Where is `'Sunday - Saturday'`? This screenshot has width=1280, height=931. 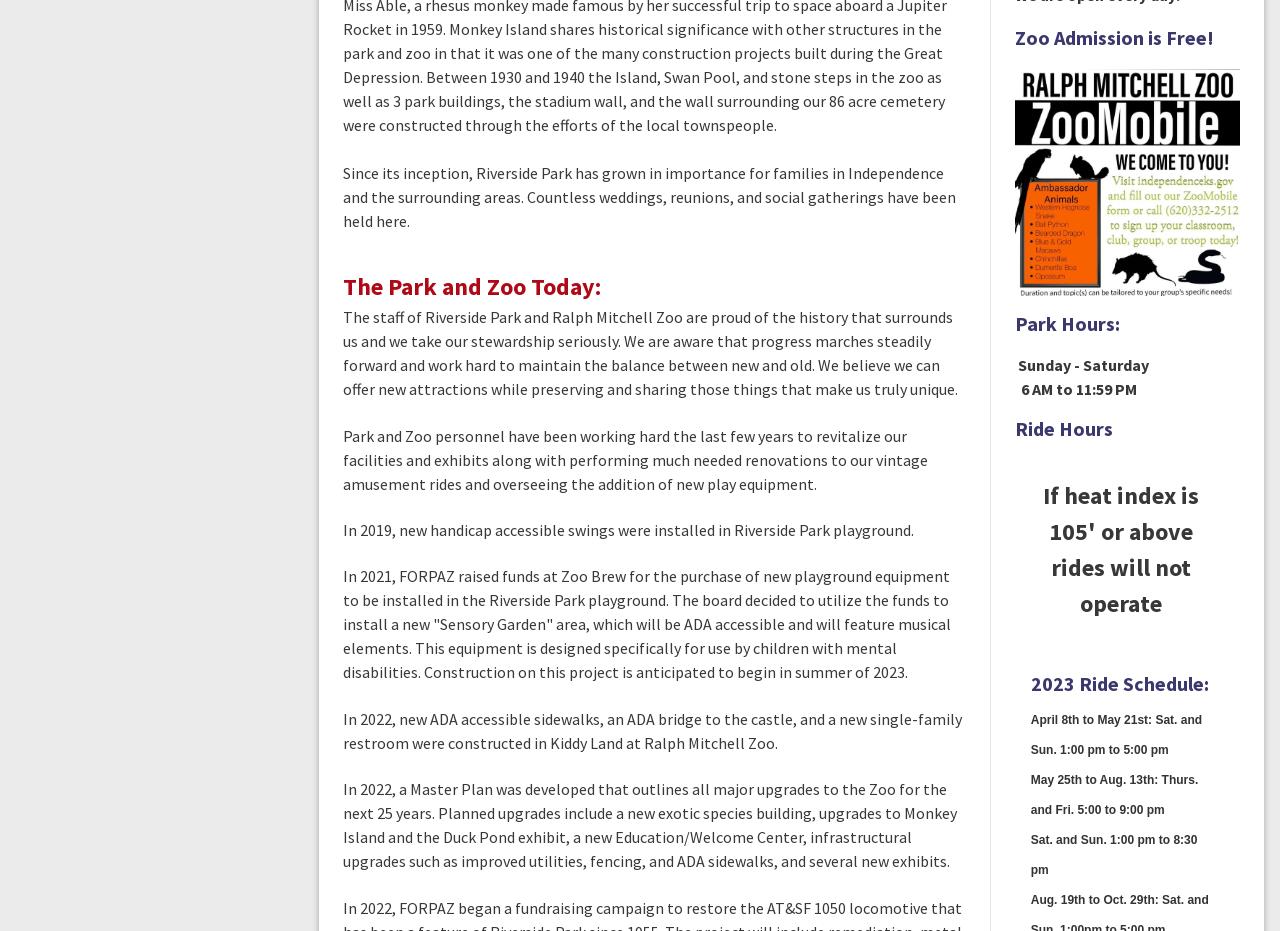
'Sunday - Saturday' is located at coordinates (1079, 364).